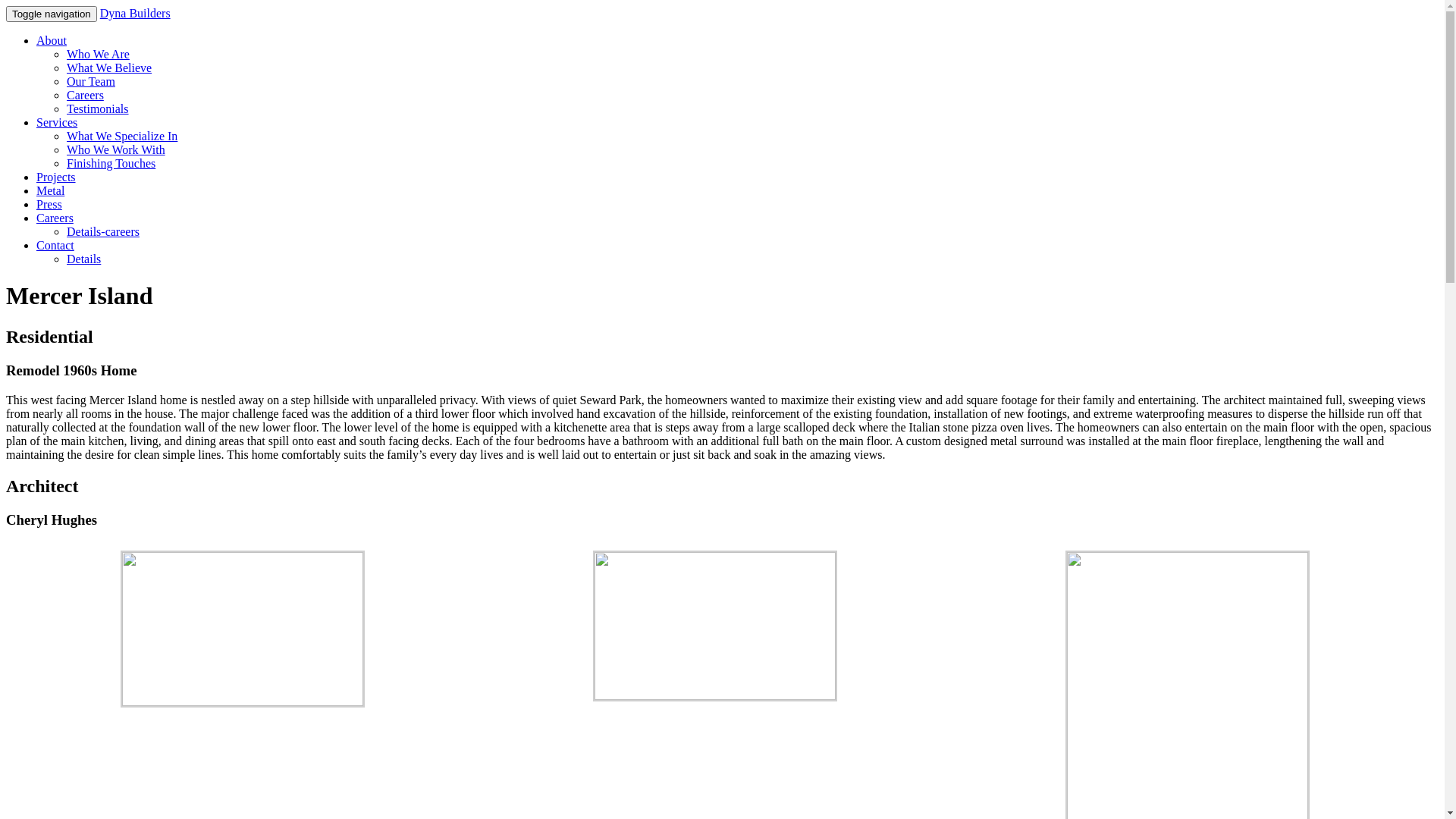 This screenshot has width=1456, height=819. What do you see at coordinates (90, 81) in the screenshot?
I see `'Our Team'` at bounding box center [90, 81].